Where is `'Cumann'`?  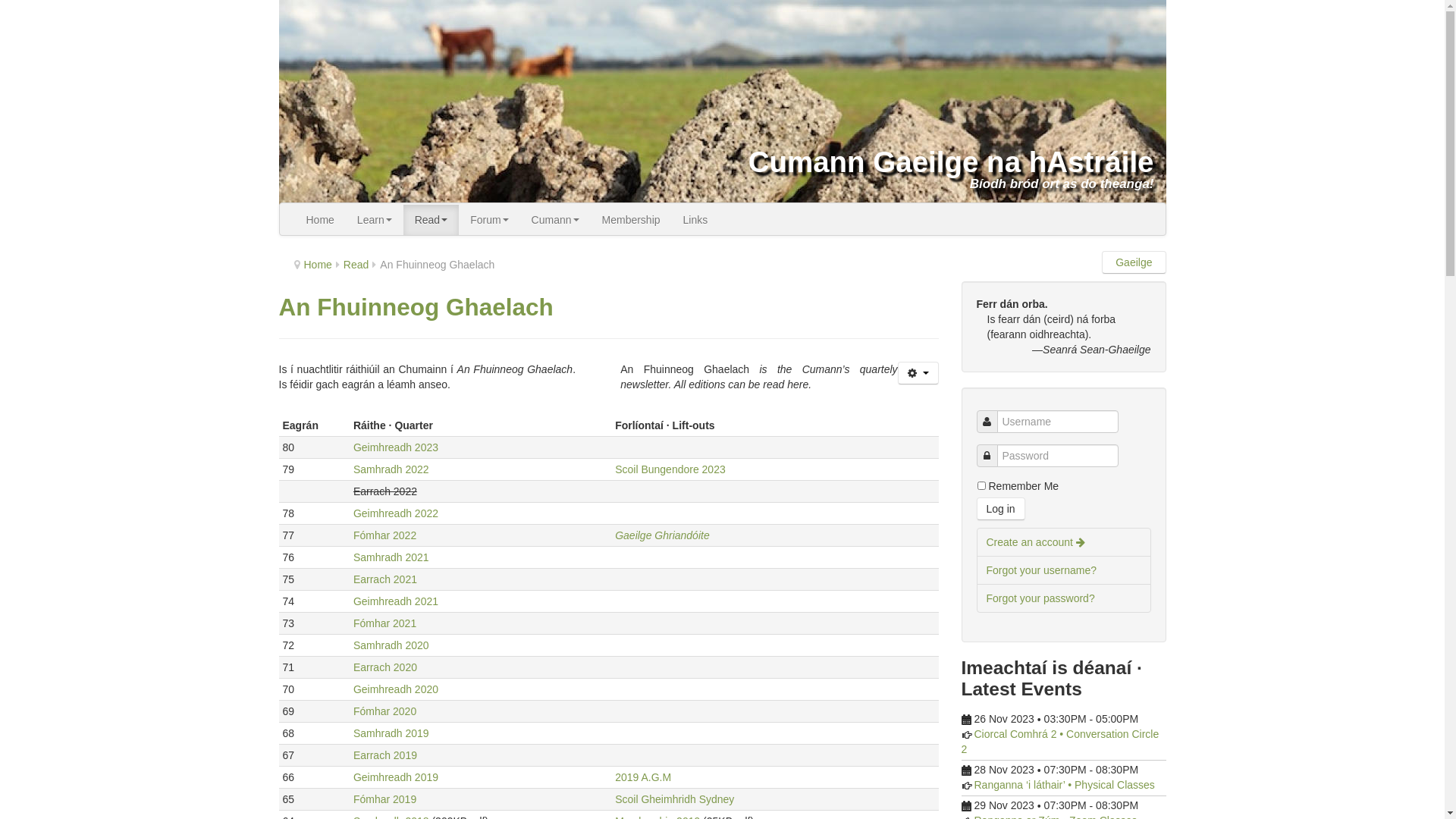
'Cumann' is located at coordinates (520, 219).